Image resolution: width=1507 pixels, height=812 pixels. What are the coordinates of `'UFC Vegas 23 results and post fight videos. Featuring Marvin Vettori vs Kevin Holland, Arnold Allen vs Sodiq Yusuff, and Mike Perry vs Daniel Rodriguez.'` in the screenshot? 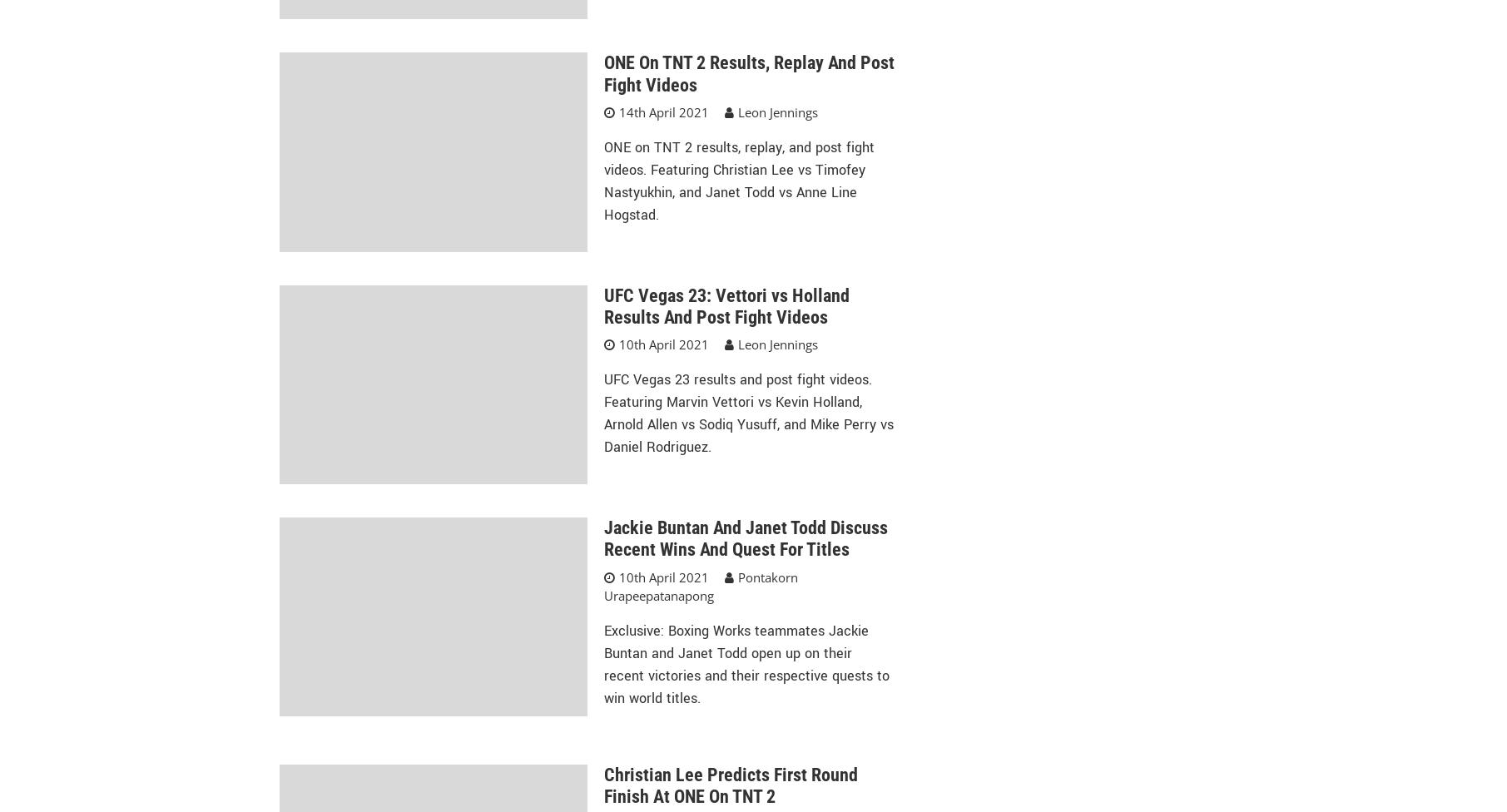 It's located at (747, 413).